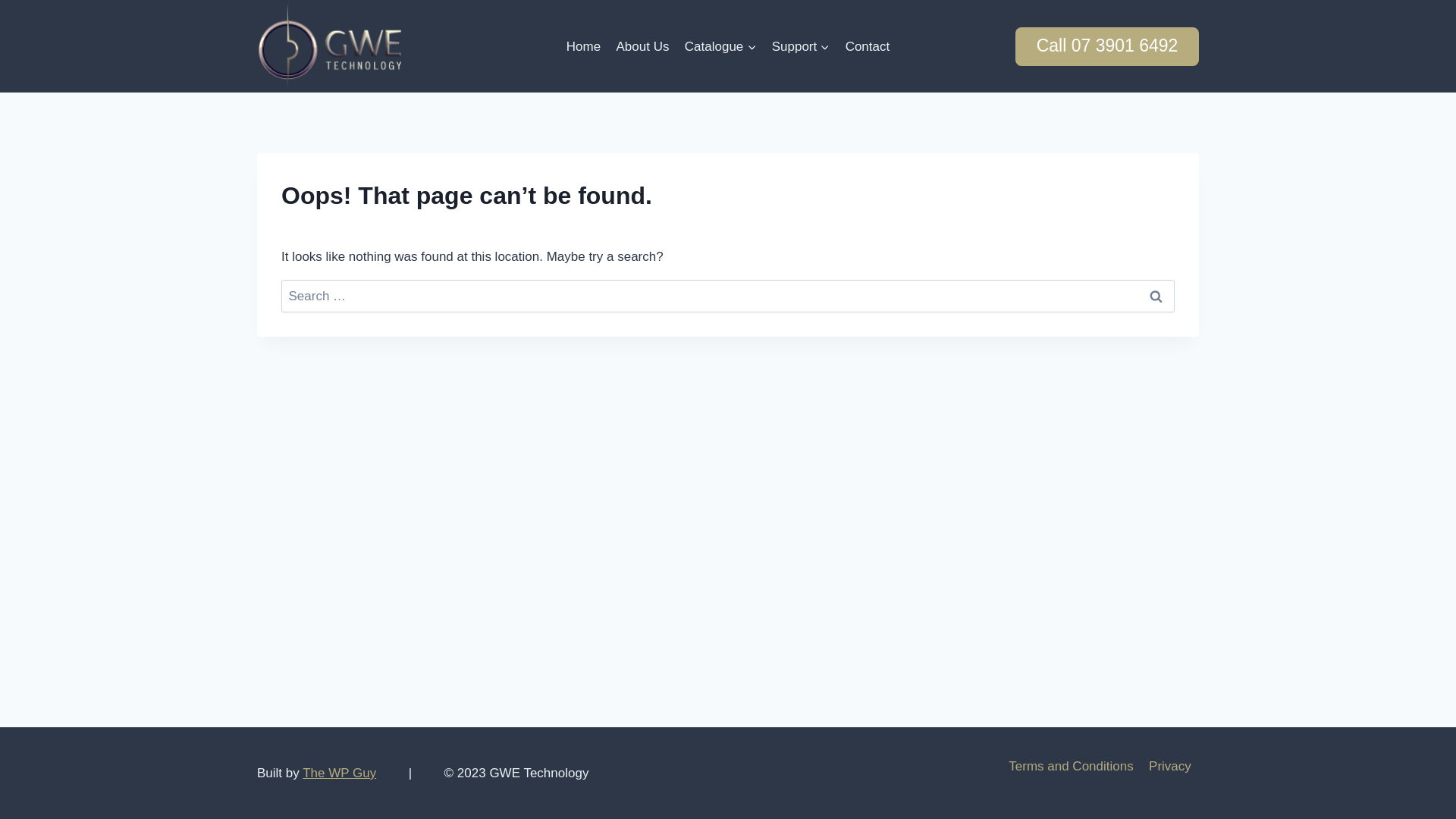  I want to click on 'Privacy', so click(1169, 766).